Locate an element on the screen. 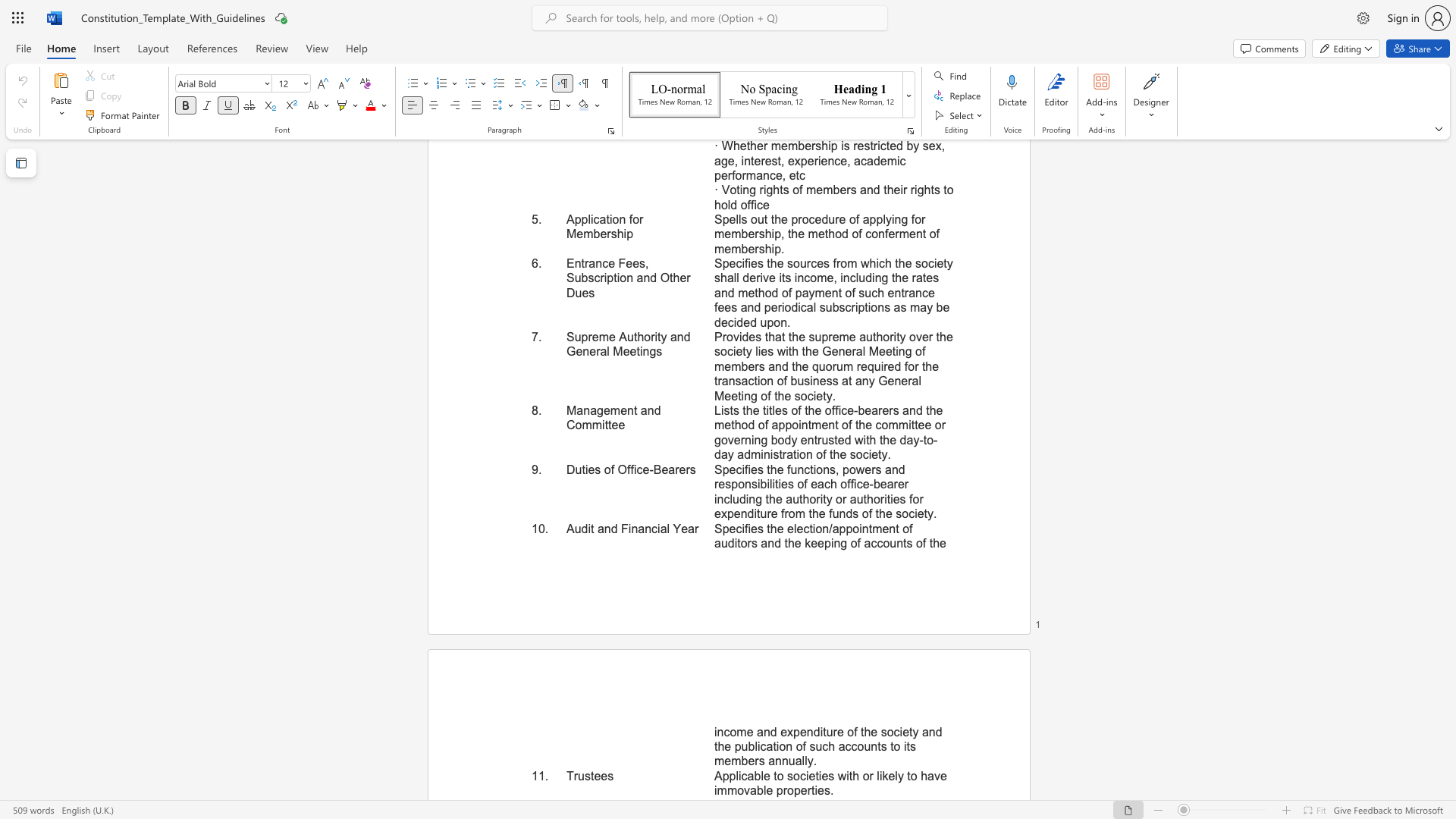  the subset text "of Office-Beare" within the text "Duties of Office-Bearers" is located at coordinates (603, 469).